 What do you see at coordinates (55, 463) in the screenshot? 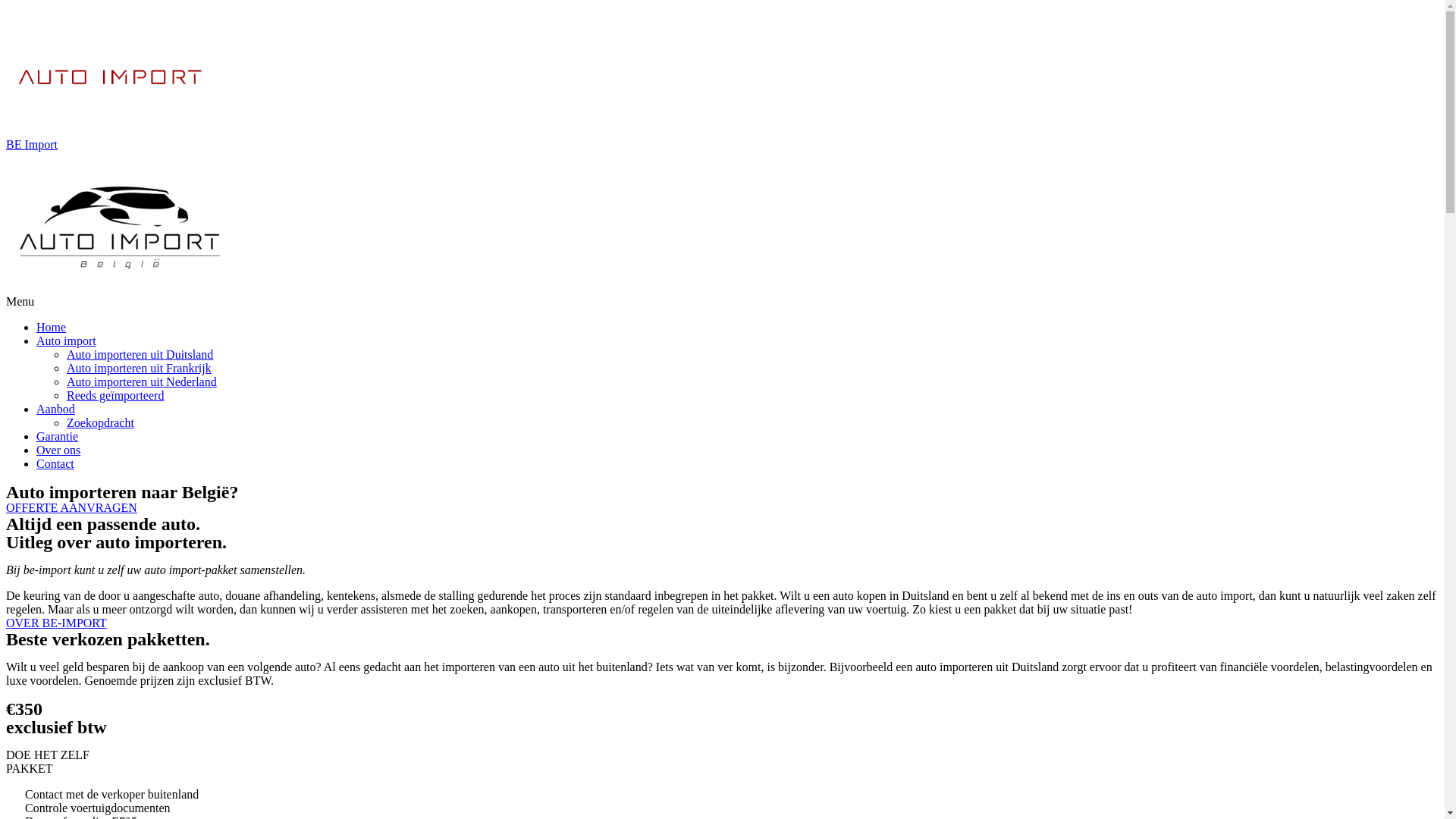
I see `'Contact'` at bounding box center [55, 463].